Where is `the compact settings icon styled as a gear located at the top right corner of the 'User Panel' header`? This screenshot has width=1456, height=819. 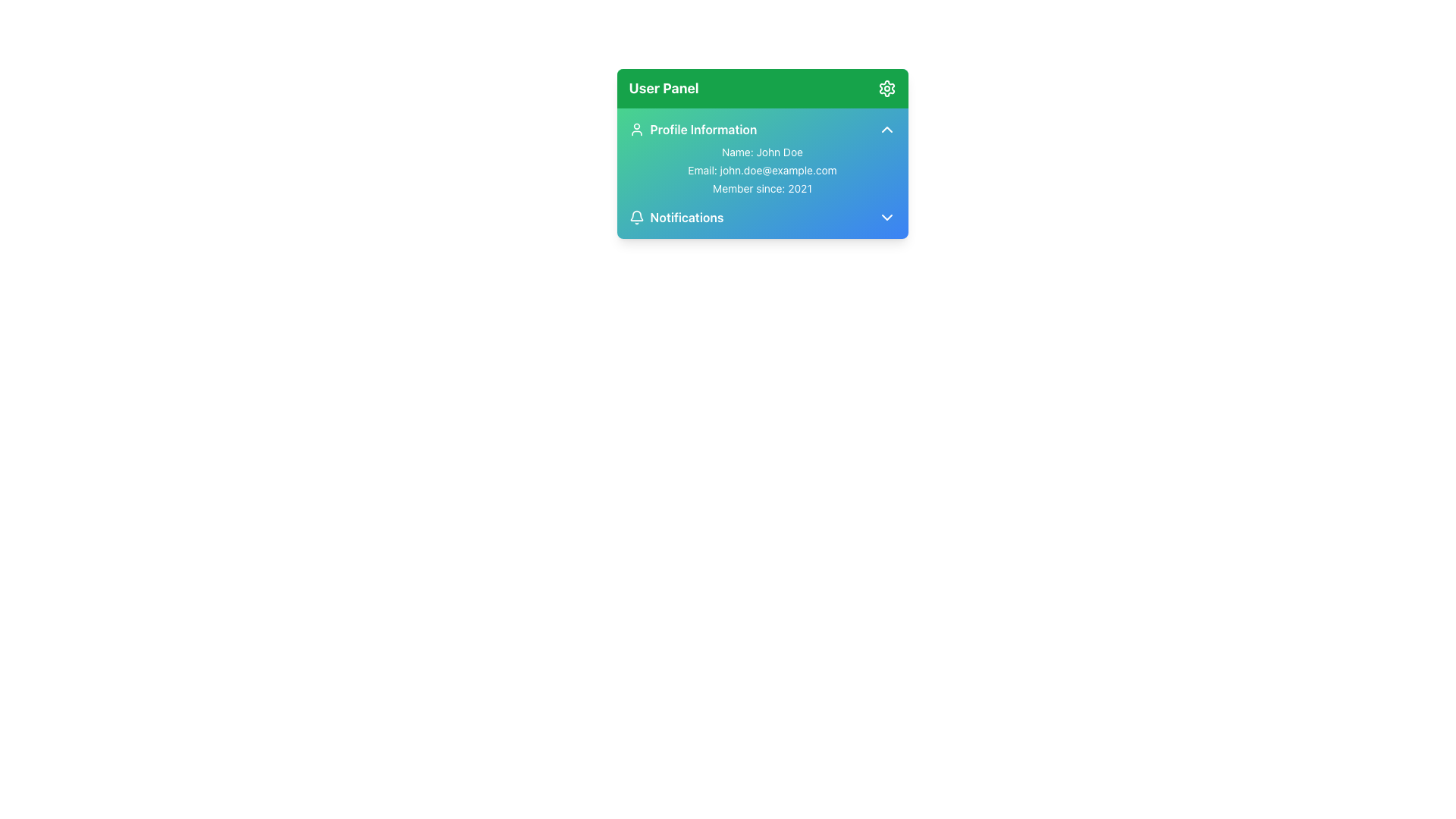
the compact settings icon styled as a gear located at the top right corner of the 'User Panel' header is located at coordinates (886, 88).